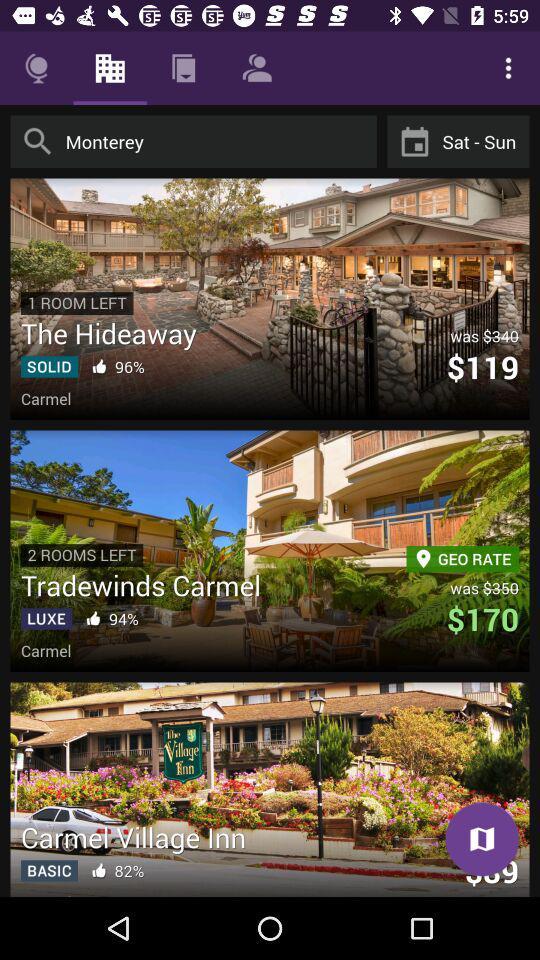 The image size is (540, 960). What do you see at coordinates (481, 839) in the screenshot?
I see `the book icon` at bounding box center [481, 839].